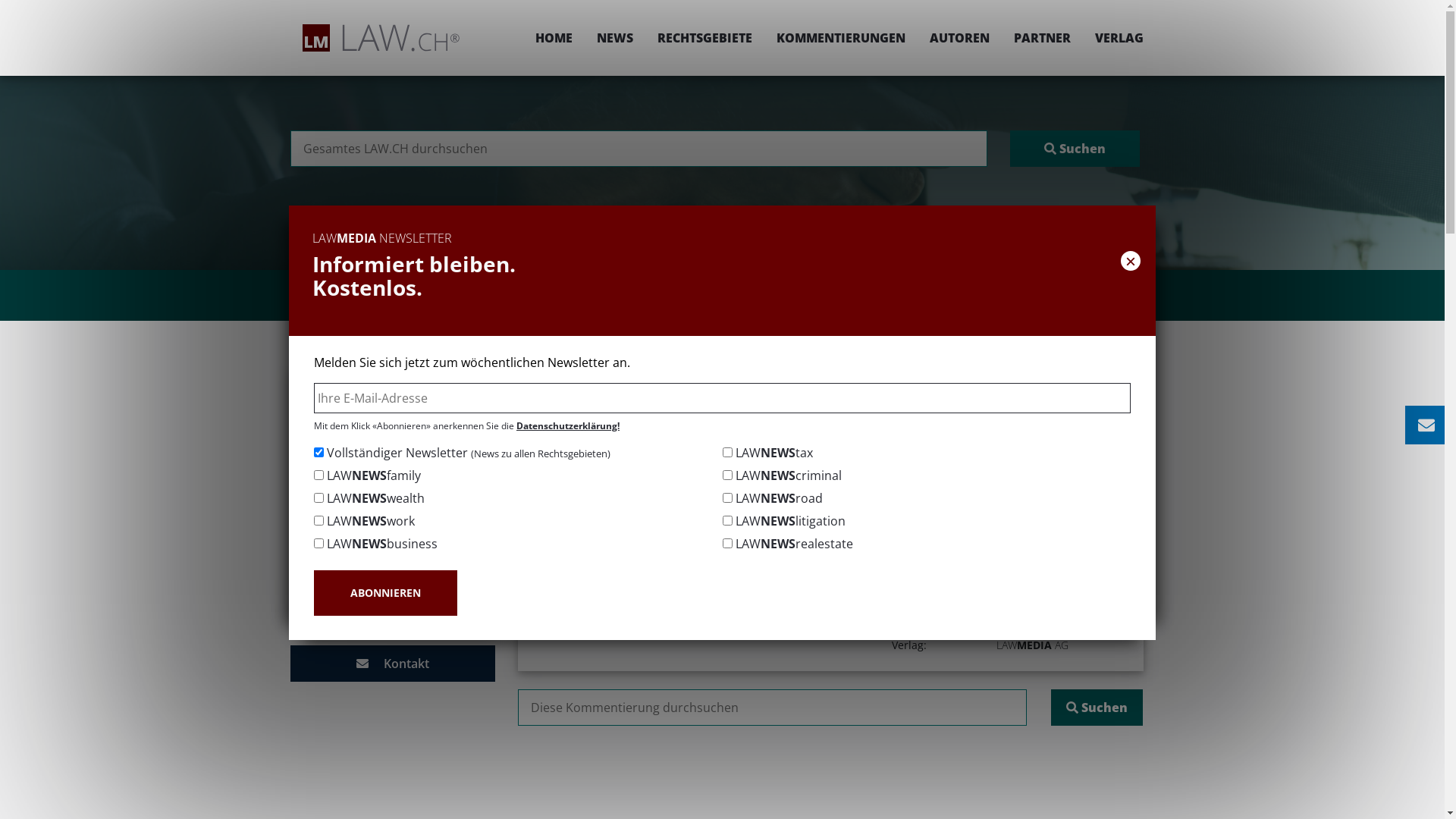 This screenshot has height=819, width=1456. I want to click on 'RECHTSGEBIETE', so click(703, 37).